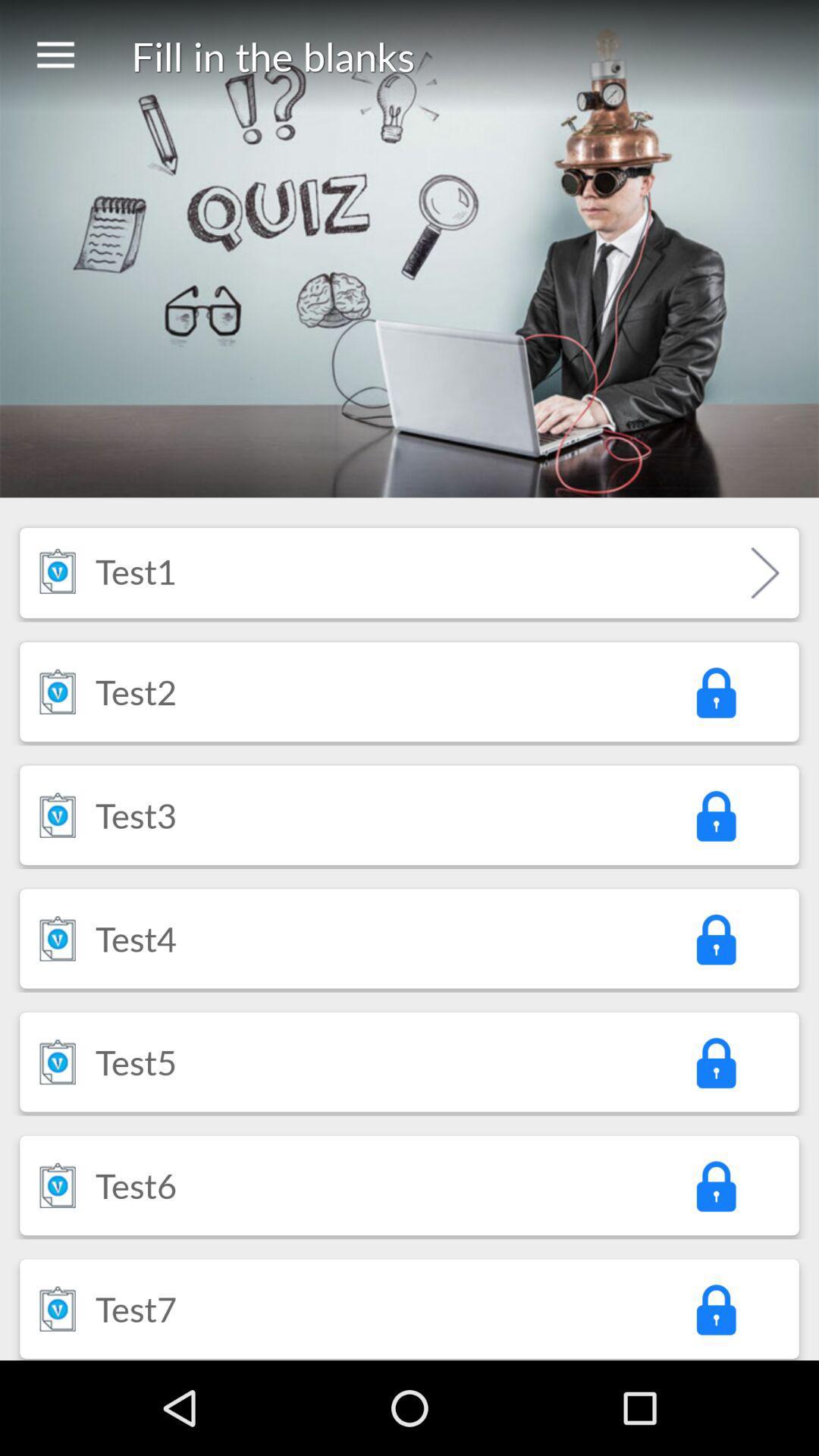 This screenshot has width=819, height=1456. I want to click on icon below the test2, so click(135, 814).